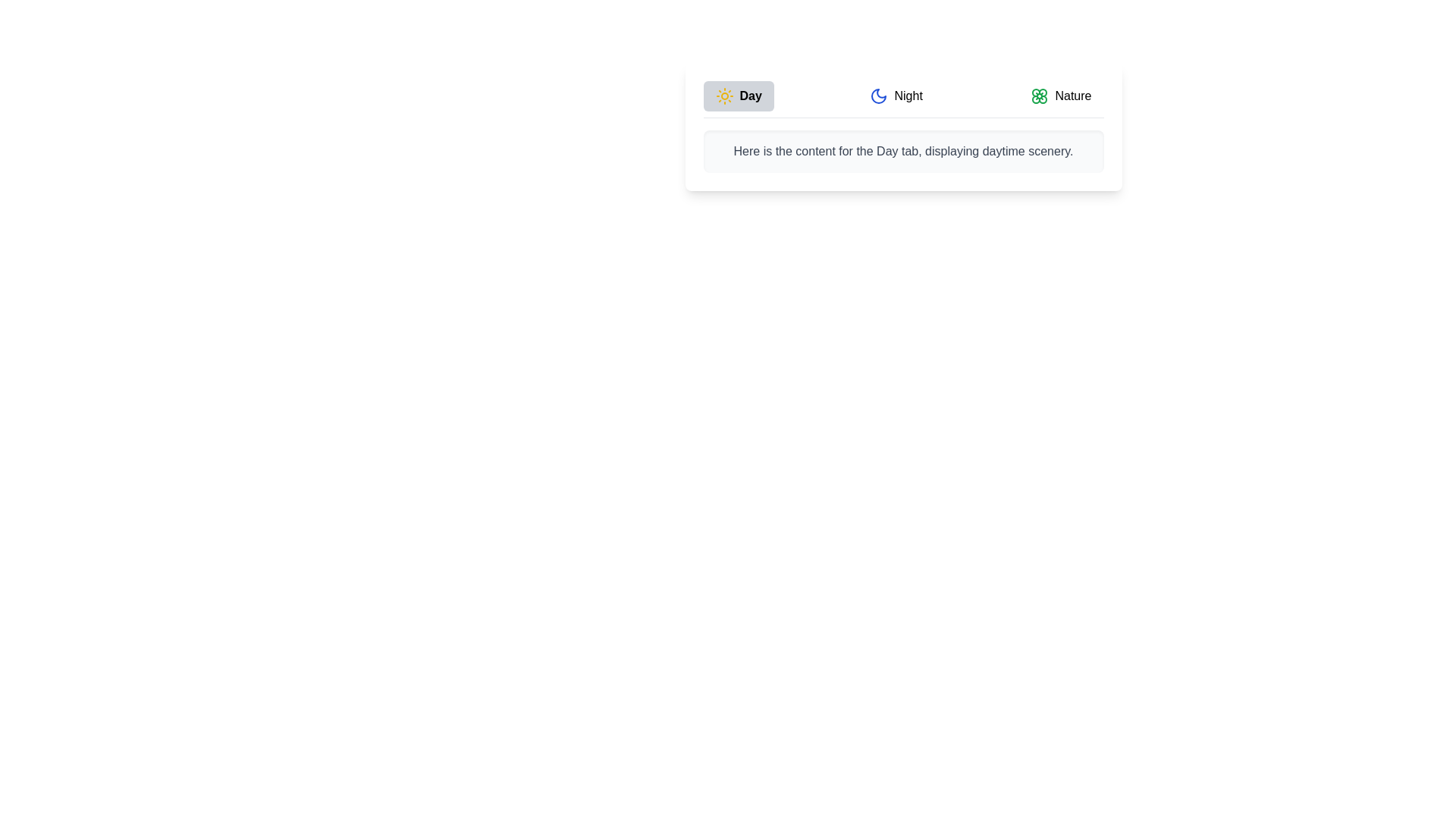 This screenshot has width=1456, height=819. I want to click on the Night tab by clicking on its respective button, so click(896, 96).